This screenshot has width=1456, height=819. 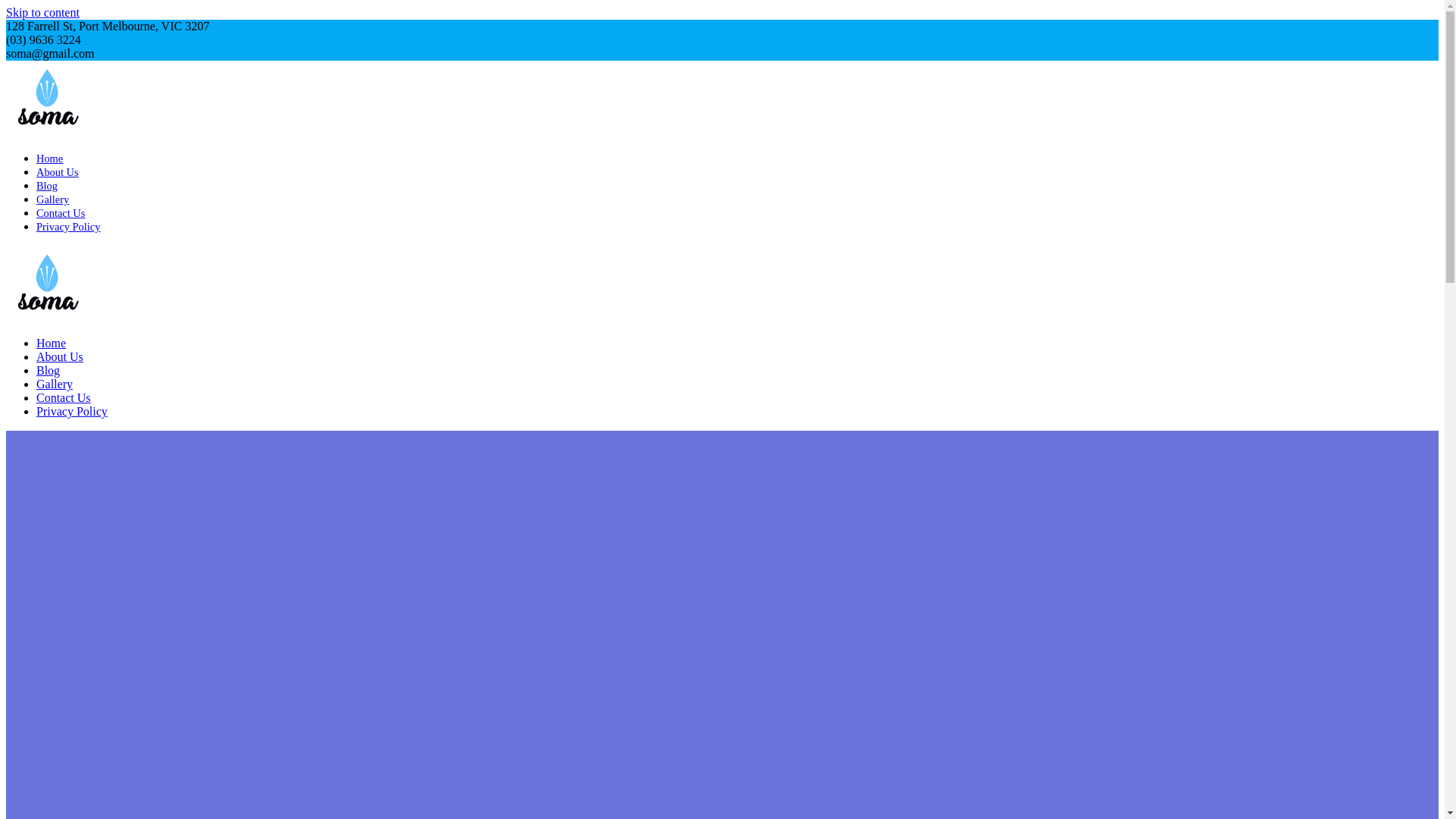 What do you see at coordinates (47, 185) in the screenshot?
I see `'Blog'` at bounding box center [47, 185].